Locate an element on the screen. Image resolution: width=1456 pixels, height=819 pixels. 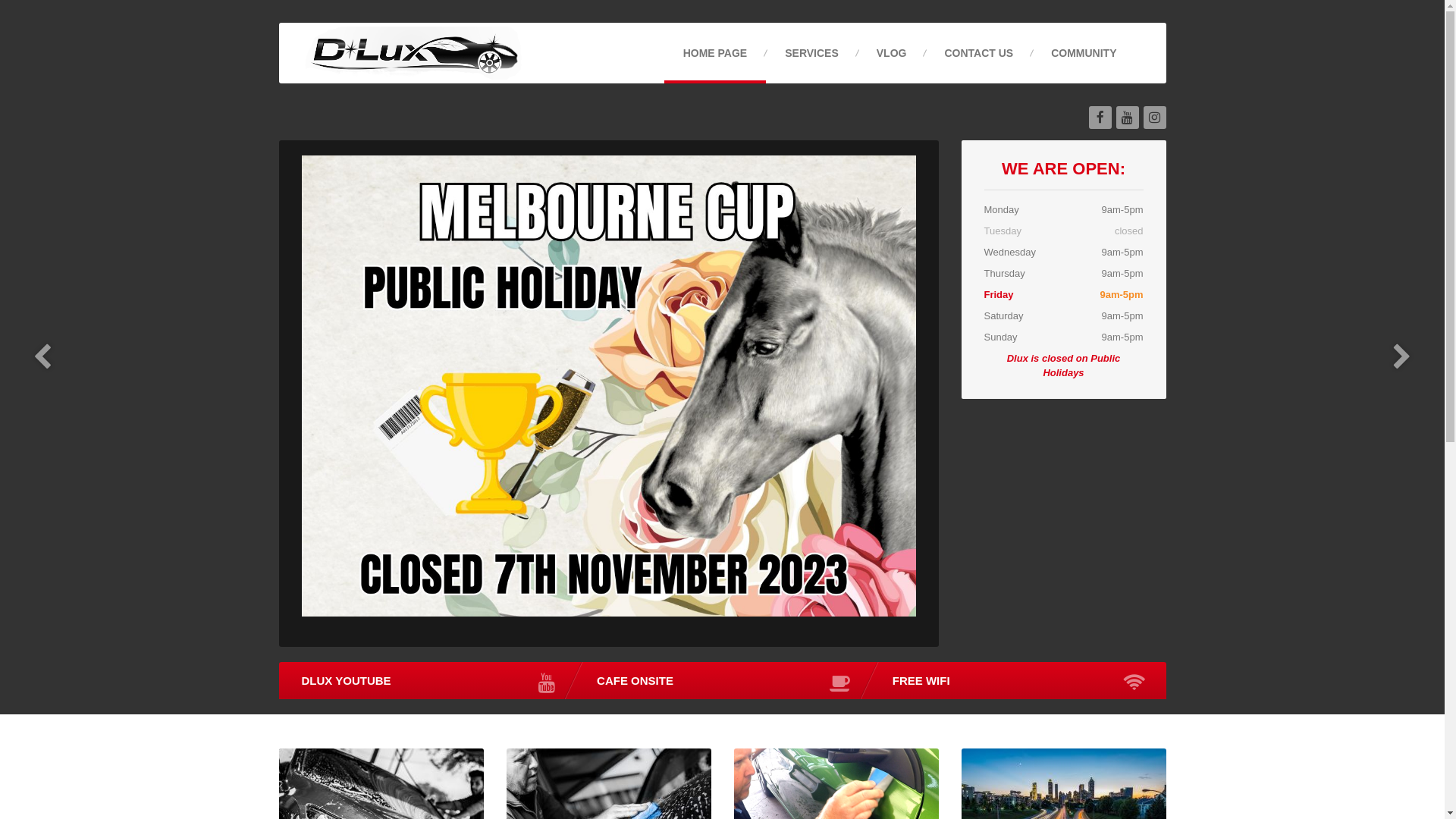
'CONTACT US' is located at coordinates (978, 52).